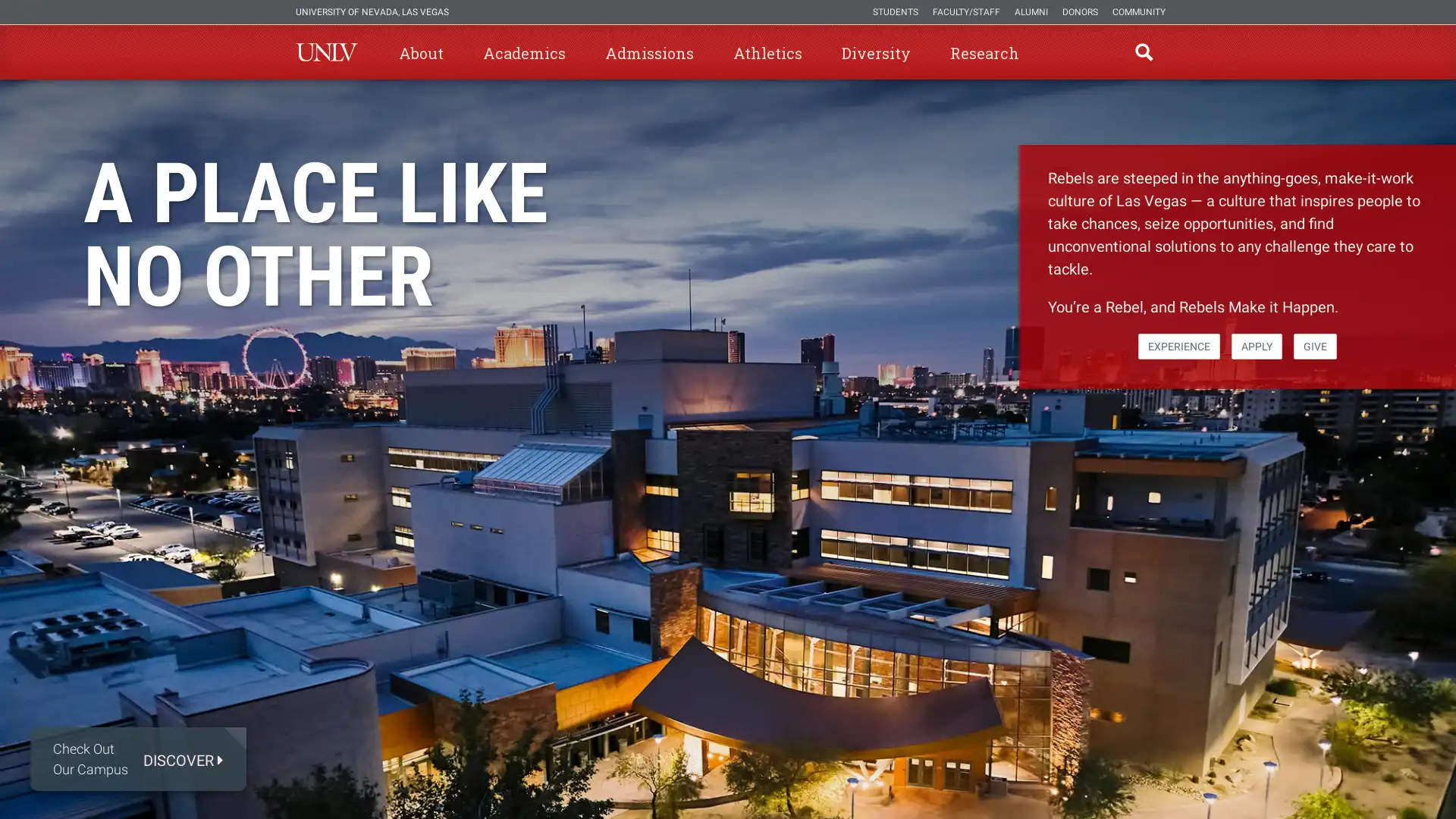  Describe the element at coordinates (1144, 52) in the screenshot. I see `open find region` at that location.